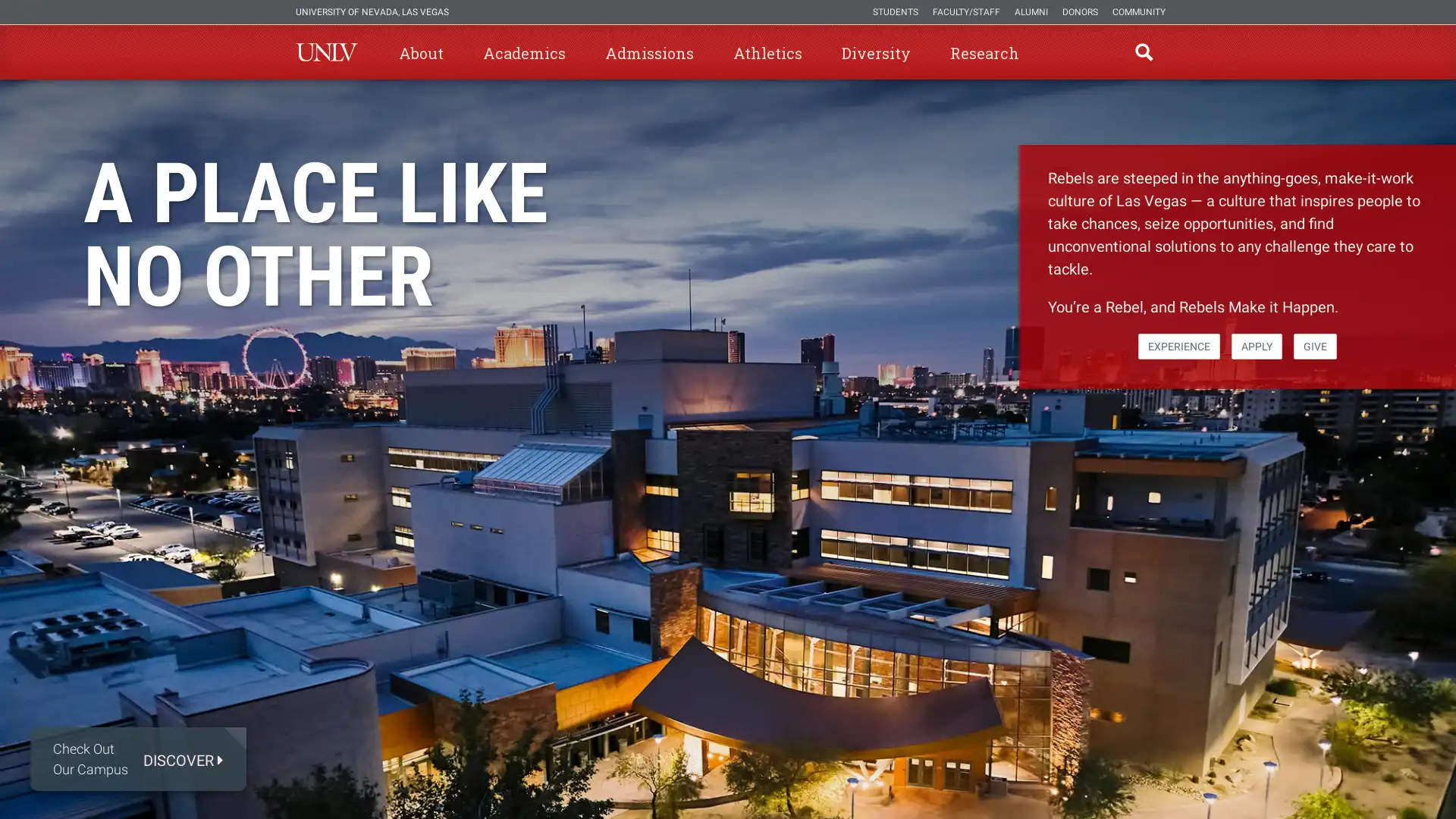  Describe the element at coordinates (1144, 52) in the screenshot. I see `open find region` at that location.